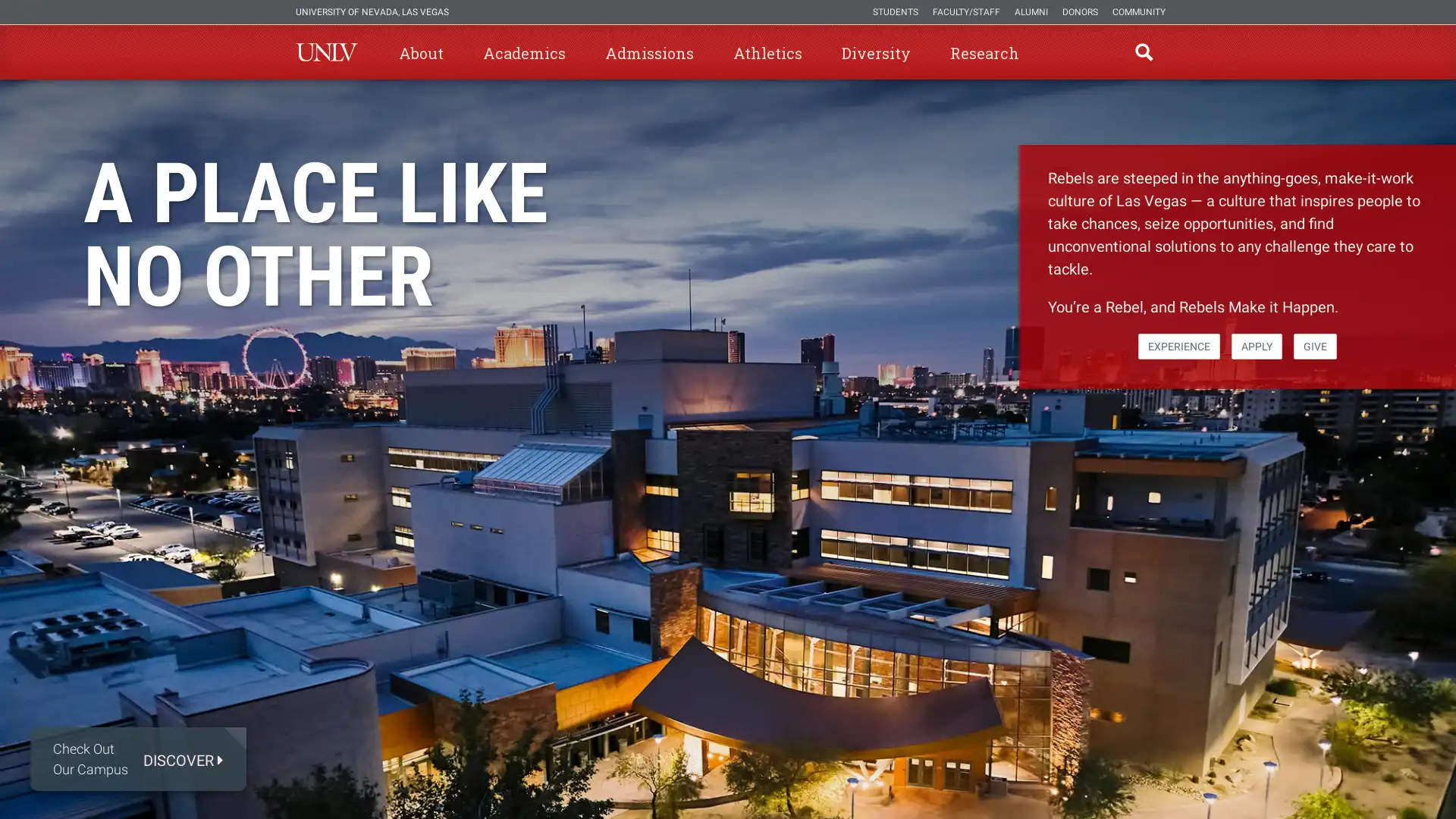  Describe the element at coordinates (1144, 52) in the screenshot. I see `open find region` at that location.